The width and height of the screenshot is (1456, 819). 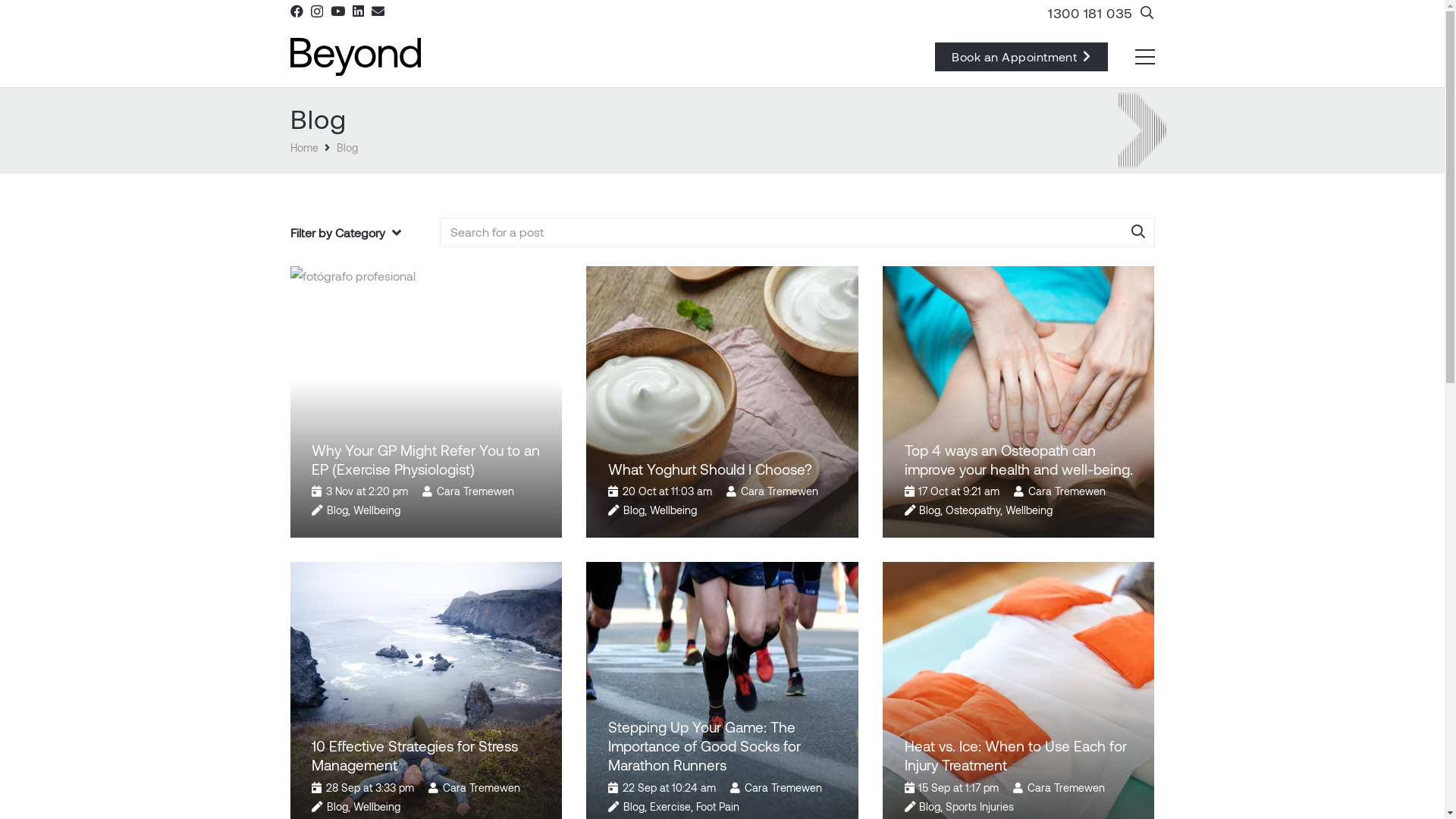 What do you see at coordinates (415, 755) in the screenshot?
I see `'10 Effective Strategies for Stress Management'` at bounding box center [415, 755].